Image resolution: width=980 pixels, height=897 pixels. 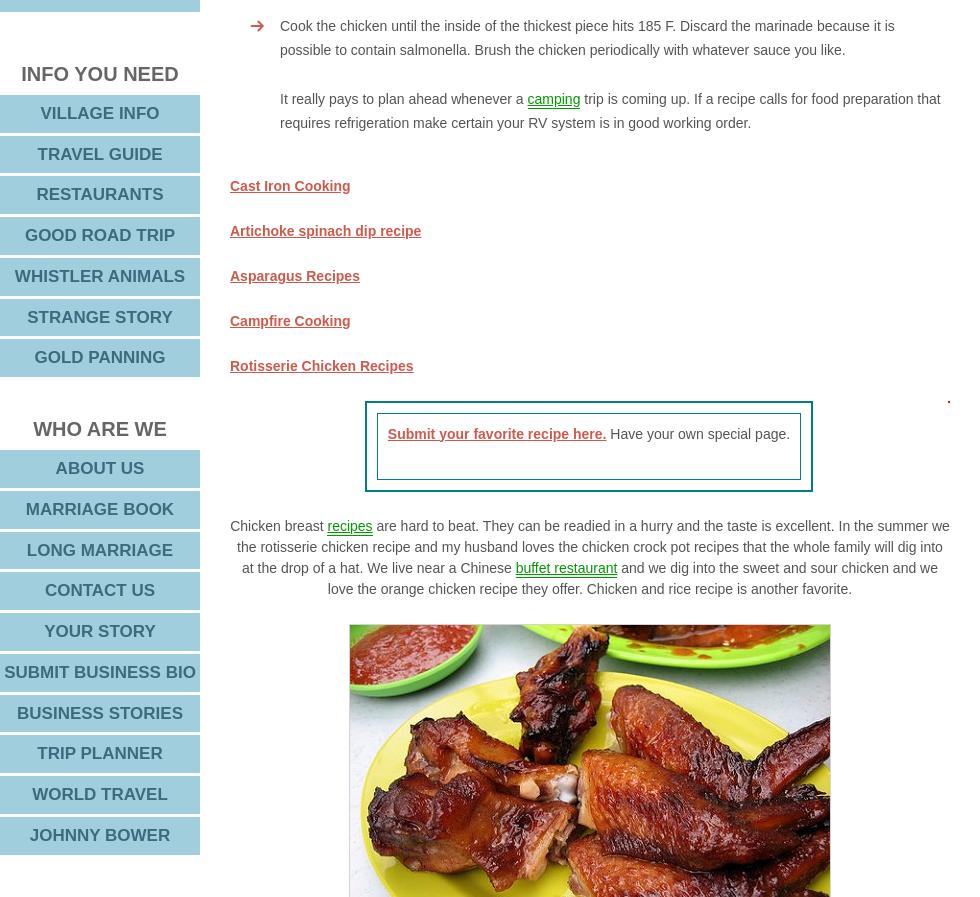 I want to click on 'Cast Iron Cooking', so click(x=289, y=183).